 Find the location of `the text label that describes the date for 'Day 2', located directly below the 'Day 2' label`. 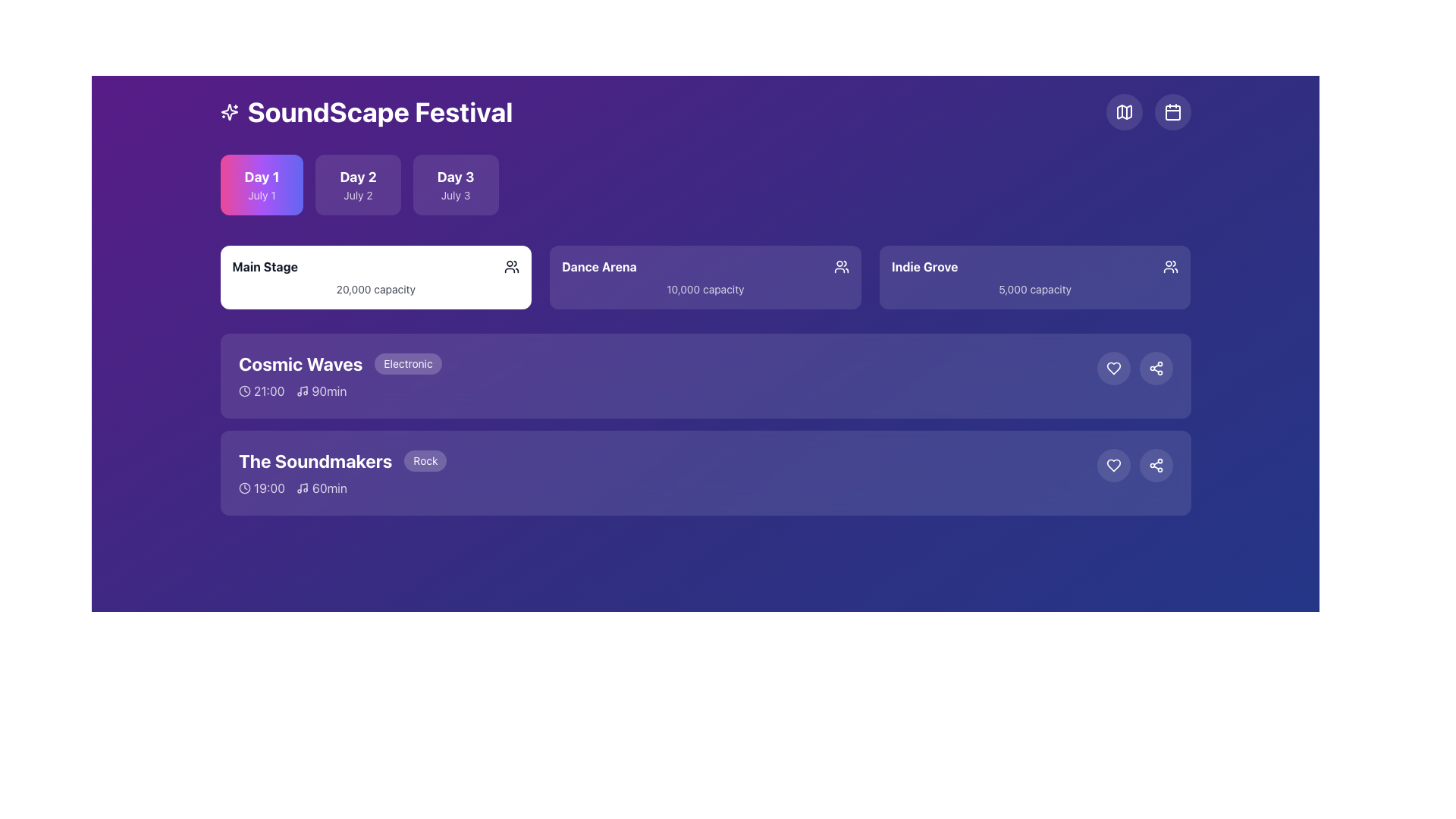

the text label that describes the date for 'Day 2', located directly below the 'Day 2' label is located at coordinates (357, 195).